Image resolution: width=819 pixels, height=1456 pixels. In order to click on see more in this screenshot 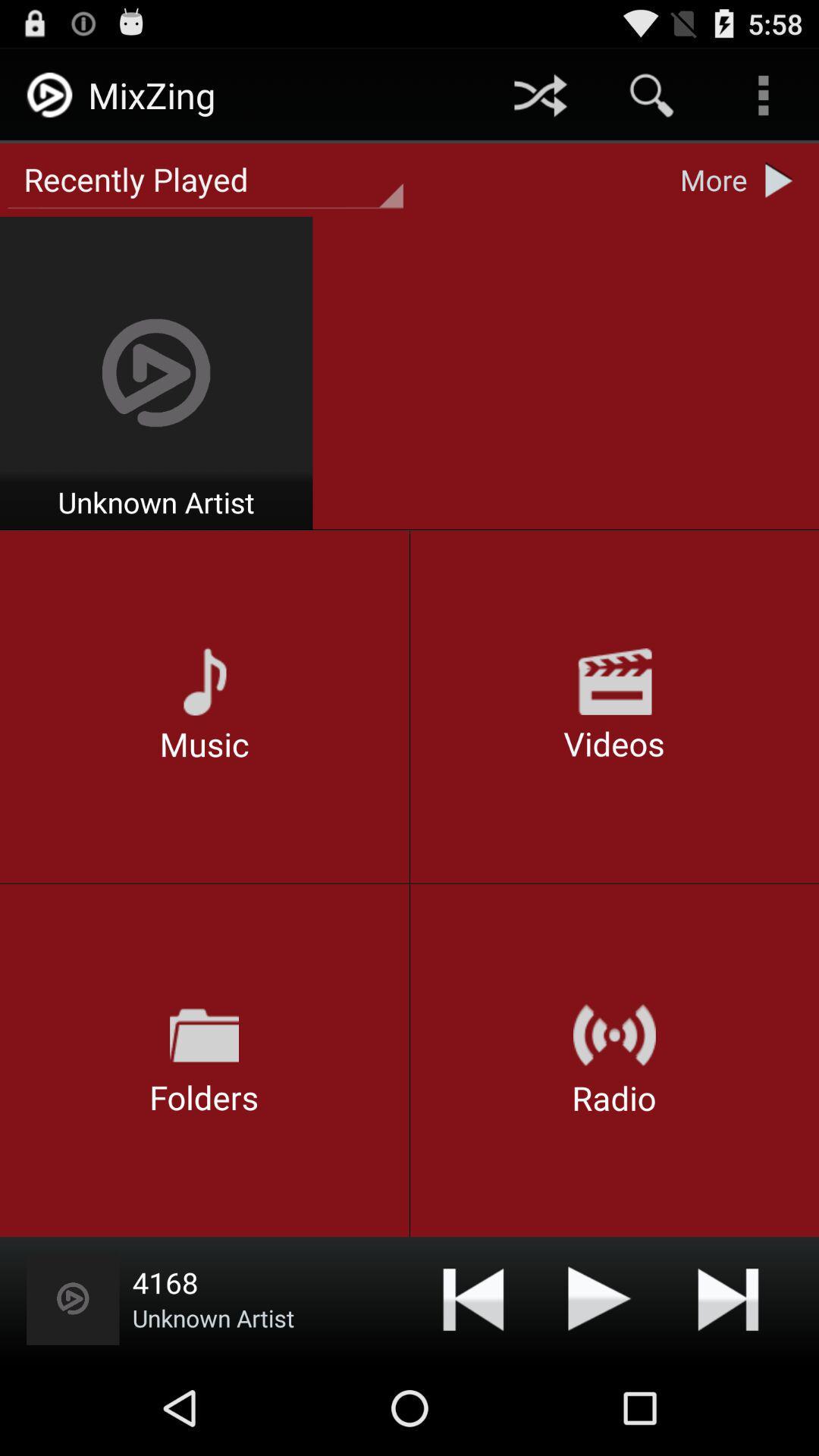, I will do `click(783, 180)`.